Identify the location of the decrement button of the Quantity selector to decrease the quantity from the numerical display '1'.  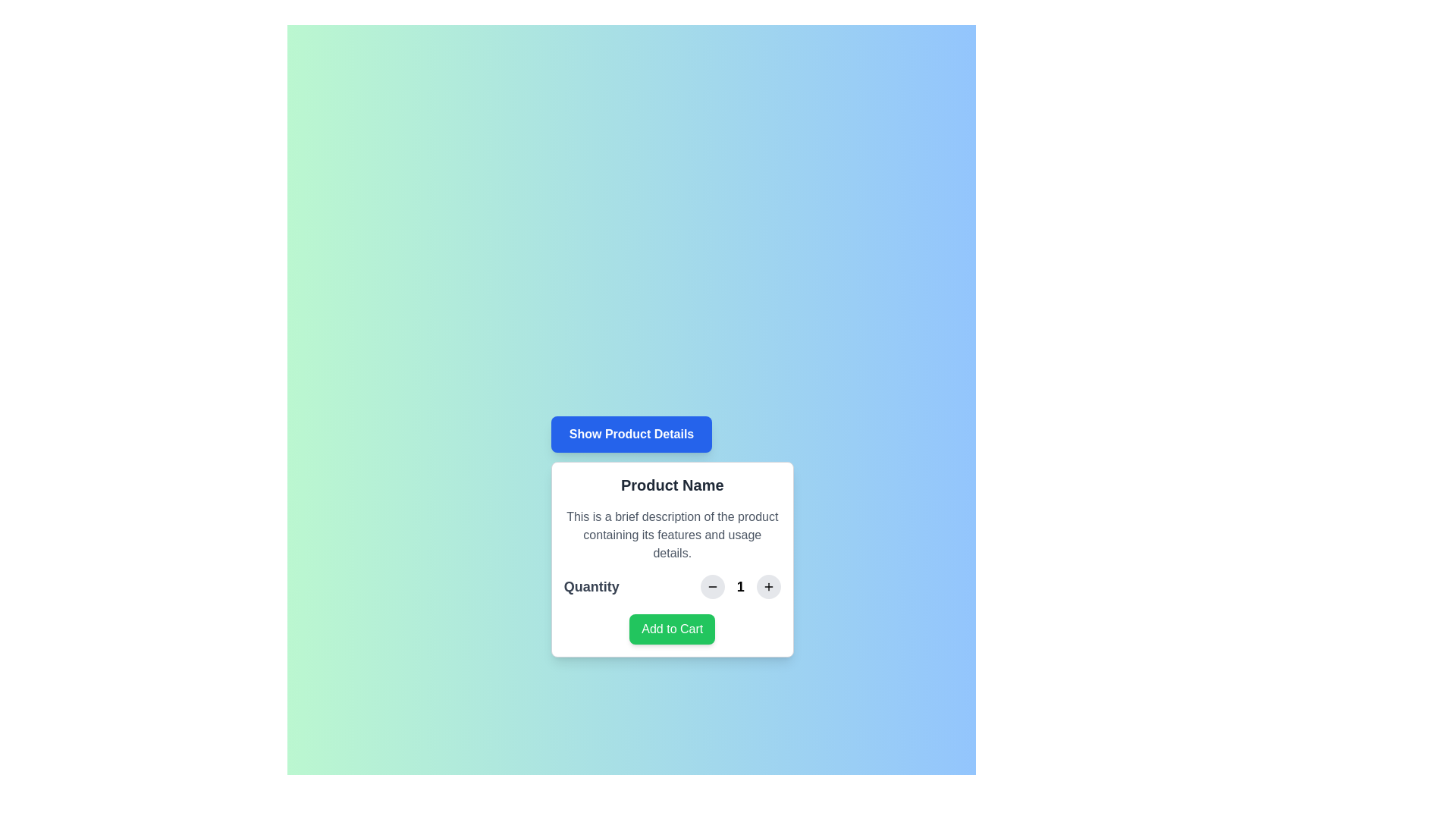
(671, 586).